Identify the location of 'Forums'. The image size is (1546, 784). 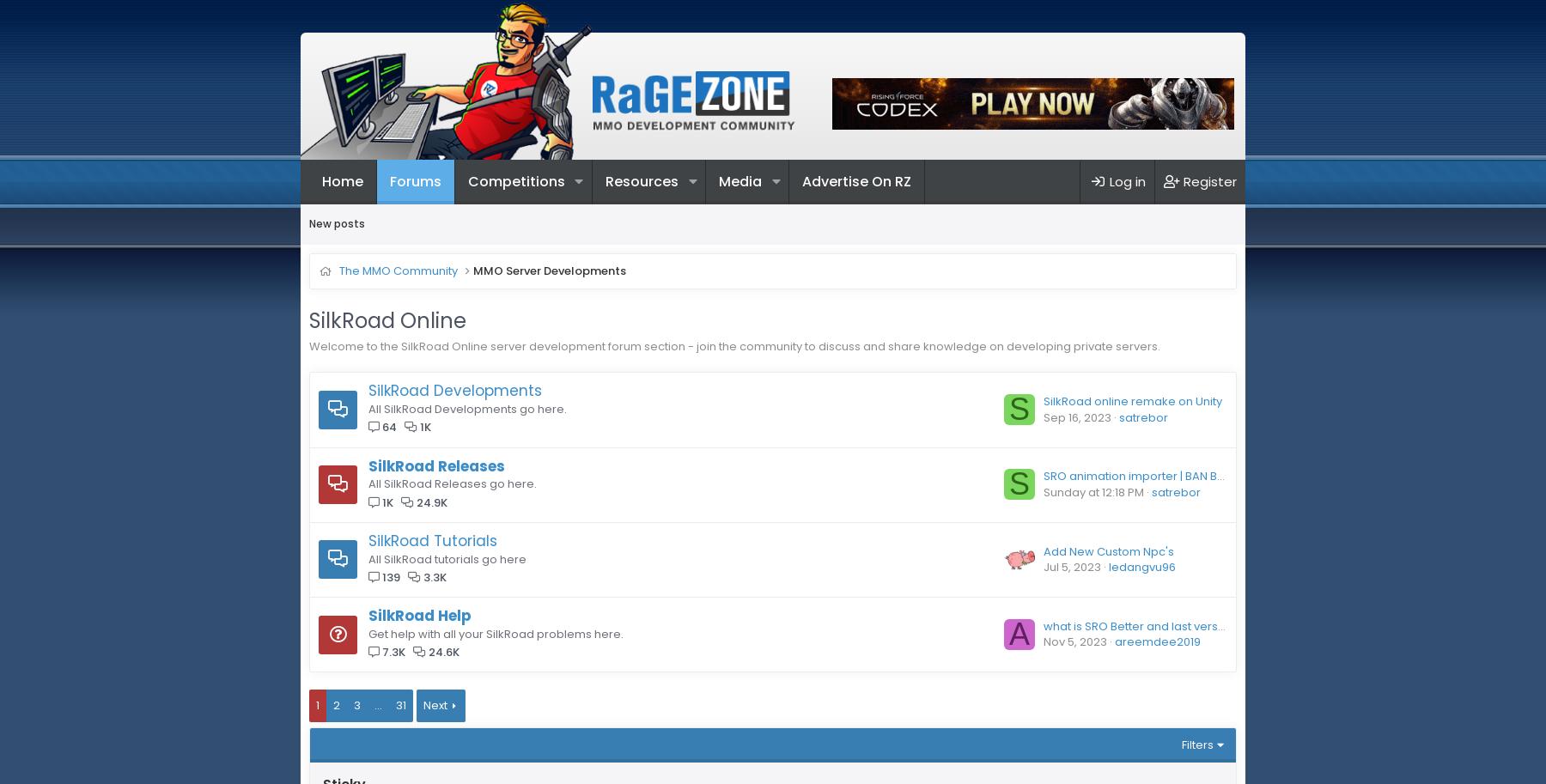
(415, 179).